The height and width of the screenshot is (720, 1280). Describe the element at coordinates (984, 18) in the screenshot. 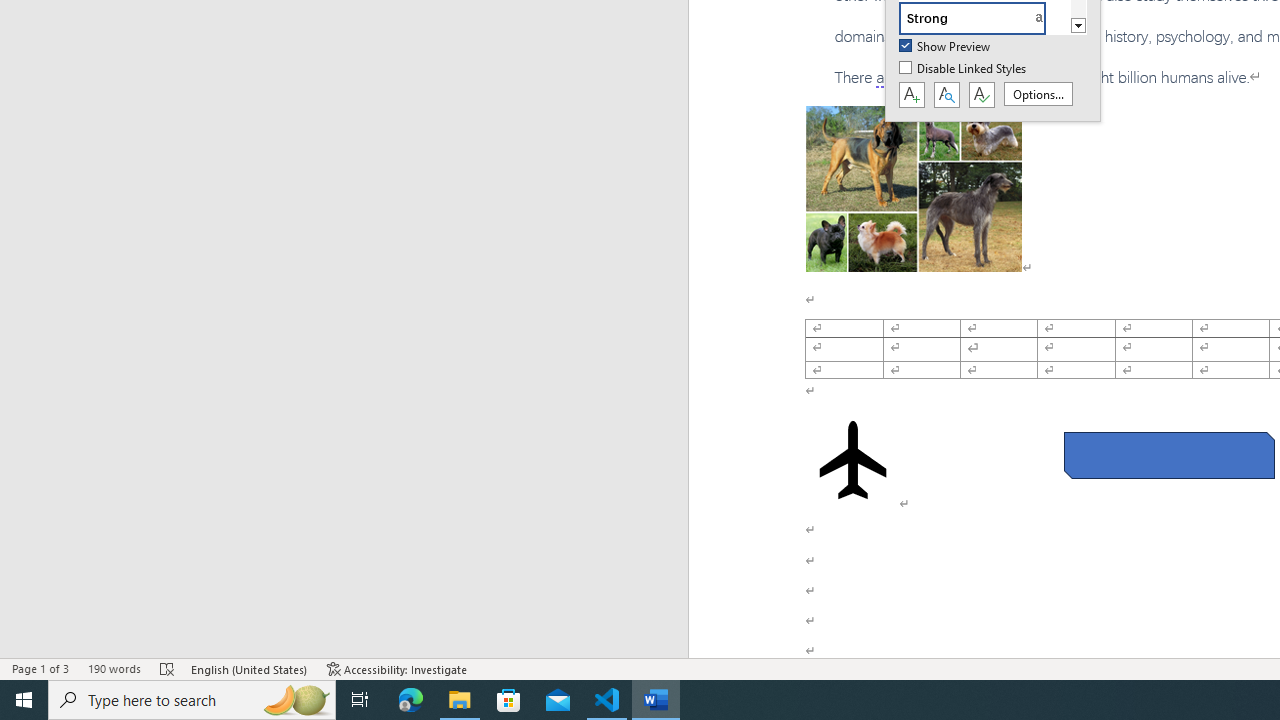

I see `'Strong'` at that location.